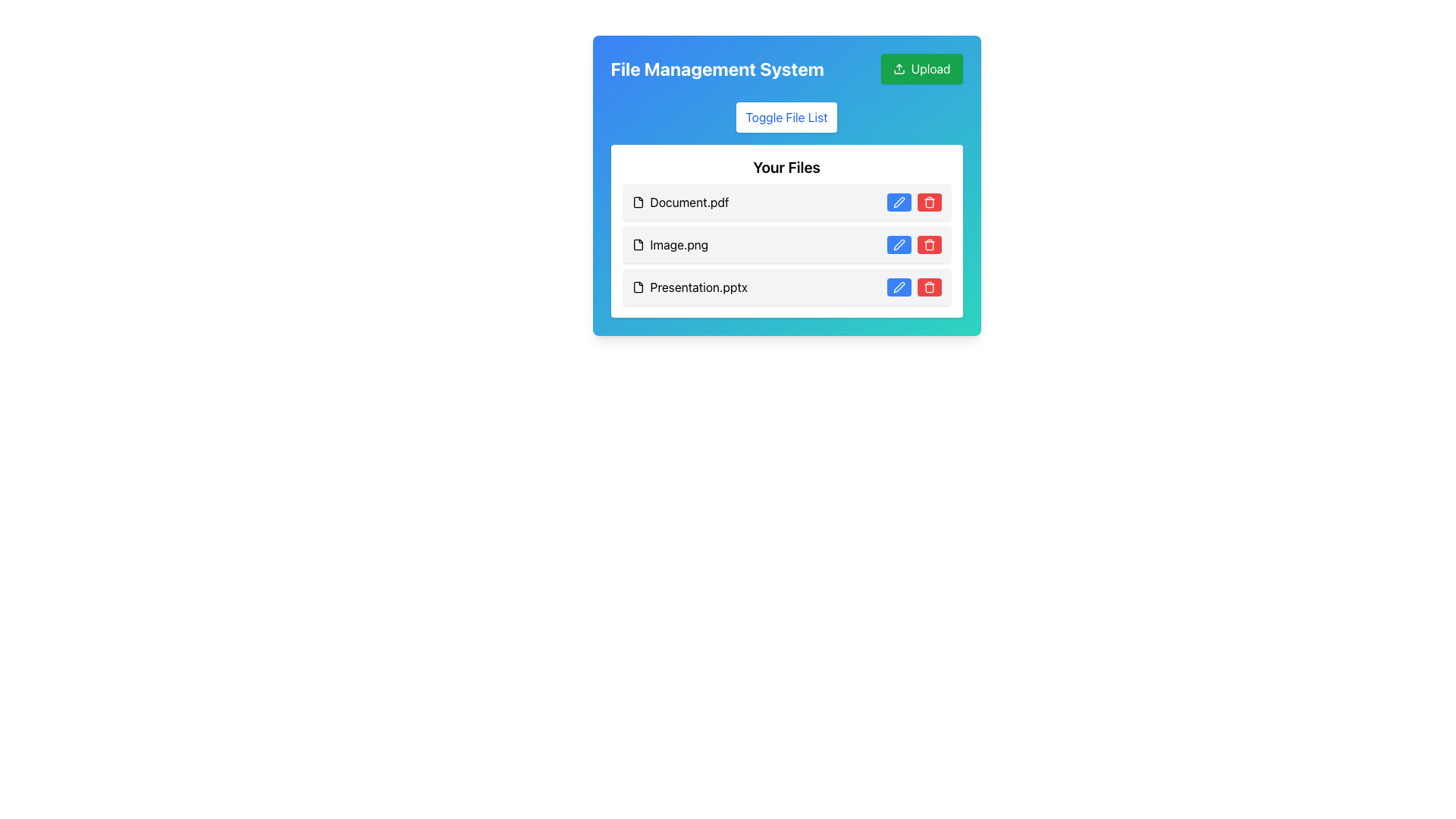  Describe the element at coordinates (899, 287) in the screenshot. I see `the Edit button for the 'Presentation.pptx' file entry` at that location.